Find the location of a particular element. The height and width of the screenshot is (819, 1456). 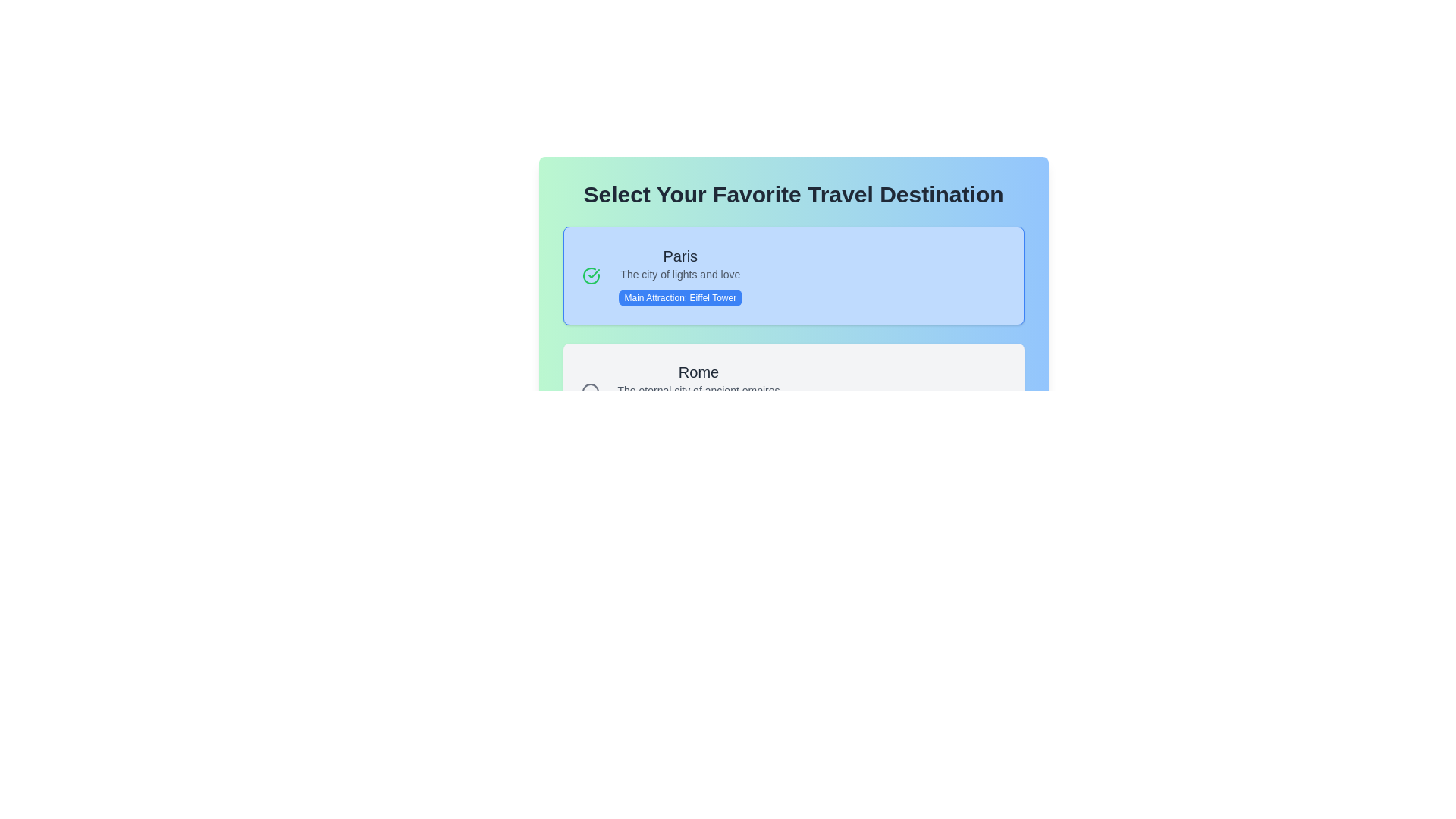

the decorative or interactive icon associated with the travel destination block for 'Rome', located at the top-left corner of the 'Rome' travel block is located at coordinates (589, 391).